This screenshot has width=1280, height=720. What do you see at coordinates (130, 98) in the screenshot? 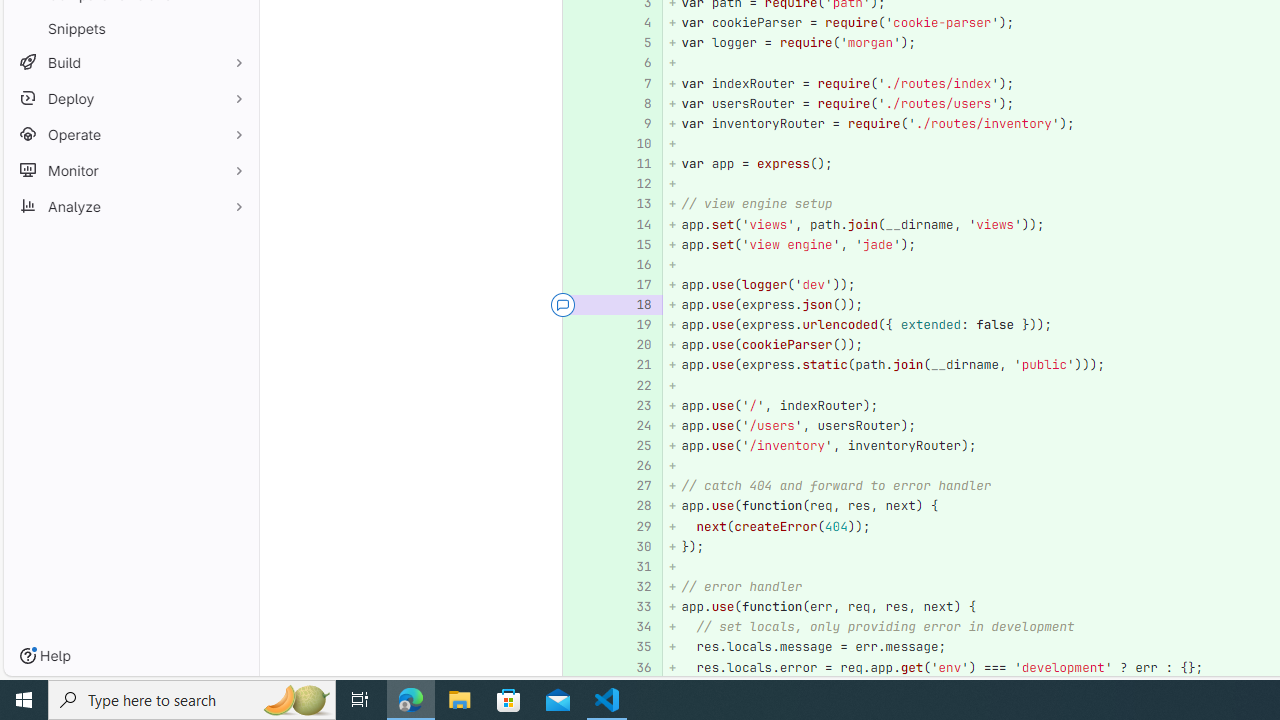
I see `'Deploy'` at bounding box center [130, 98].